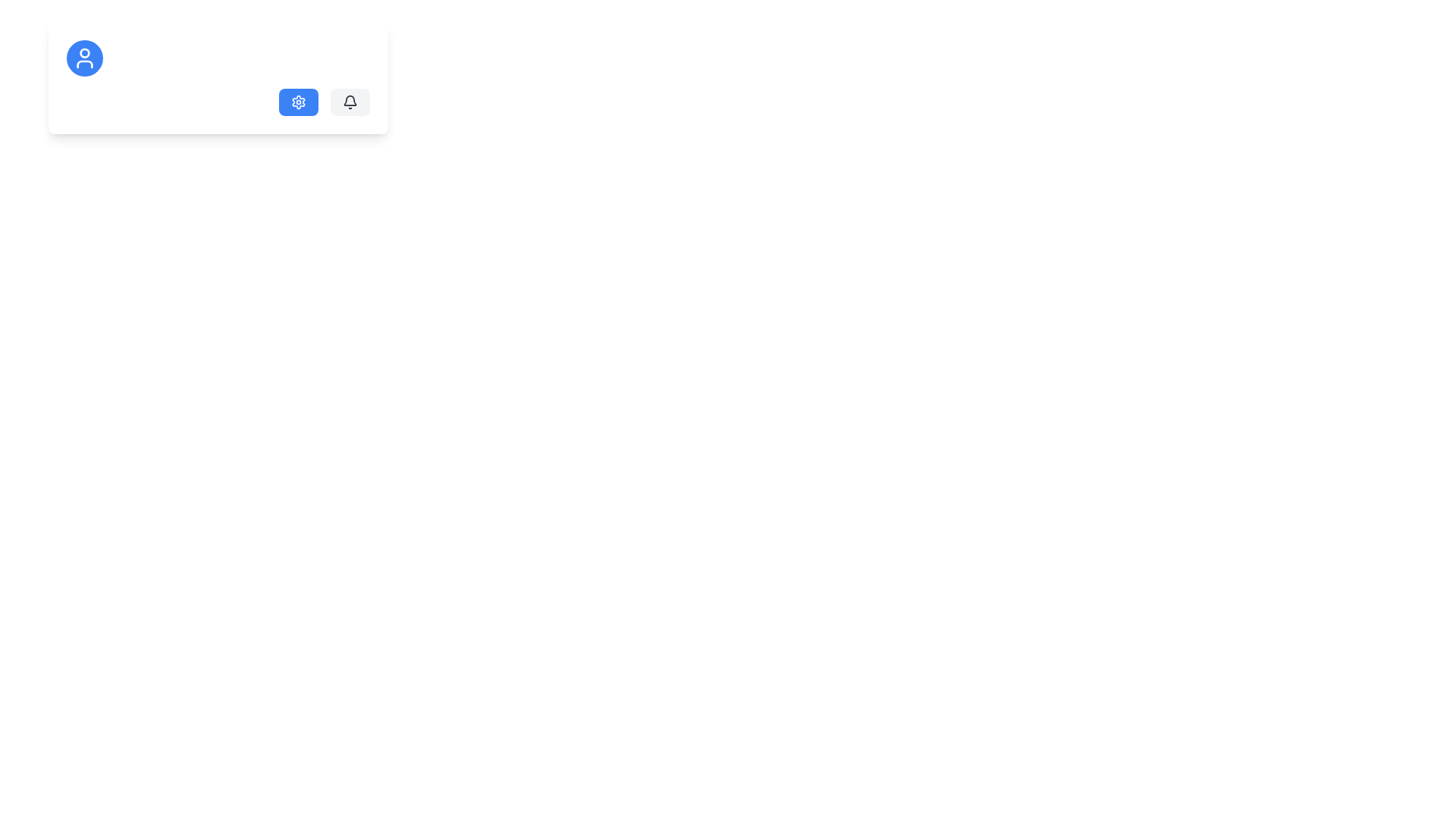 This screenshot has width=1456, height=819. Describe the element at coordinates (349, 100) in the screenshot. I see `the bell curve element of the notification icon, which is the larger curve within the bell icon located at the end of a horizontal row of buttons next to the user avatar` at that location.